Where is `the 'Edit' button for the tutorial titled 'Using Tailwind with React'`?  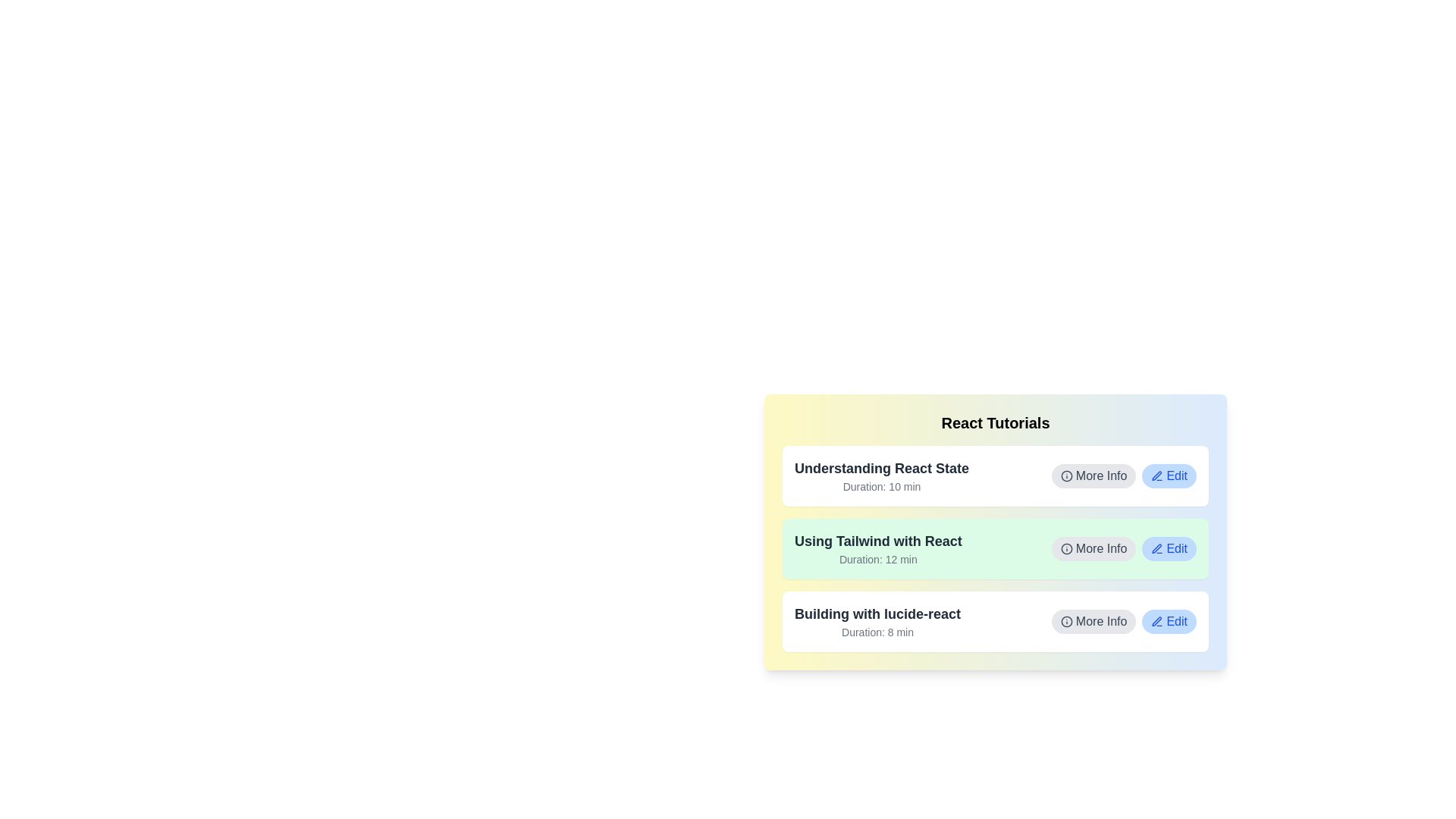
the 'Edit' button for the tutorial titled 'Using Tailwind with React' is located at coordinates (1169, 549).